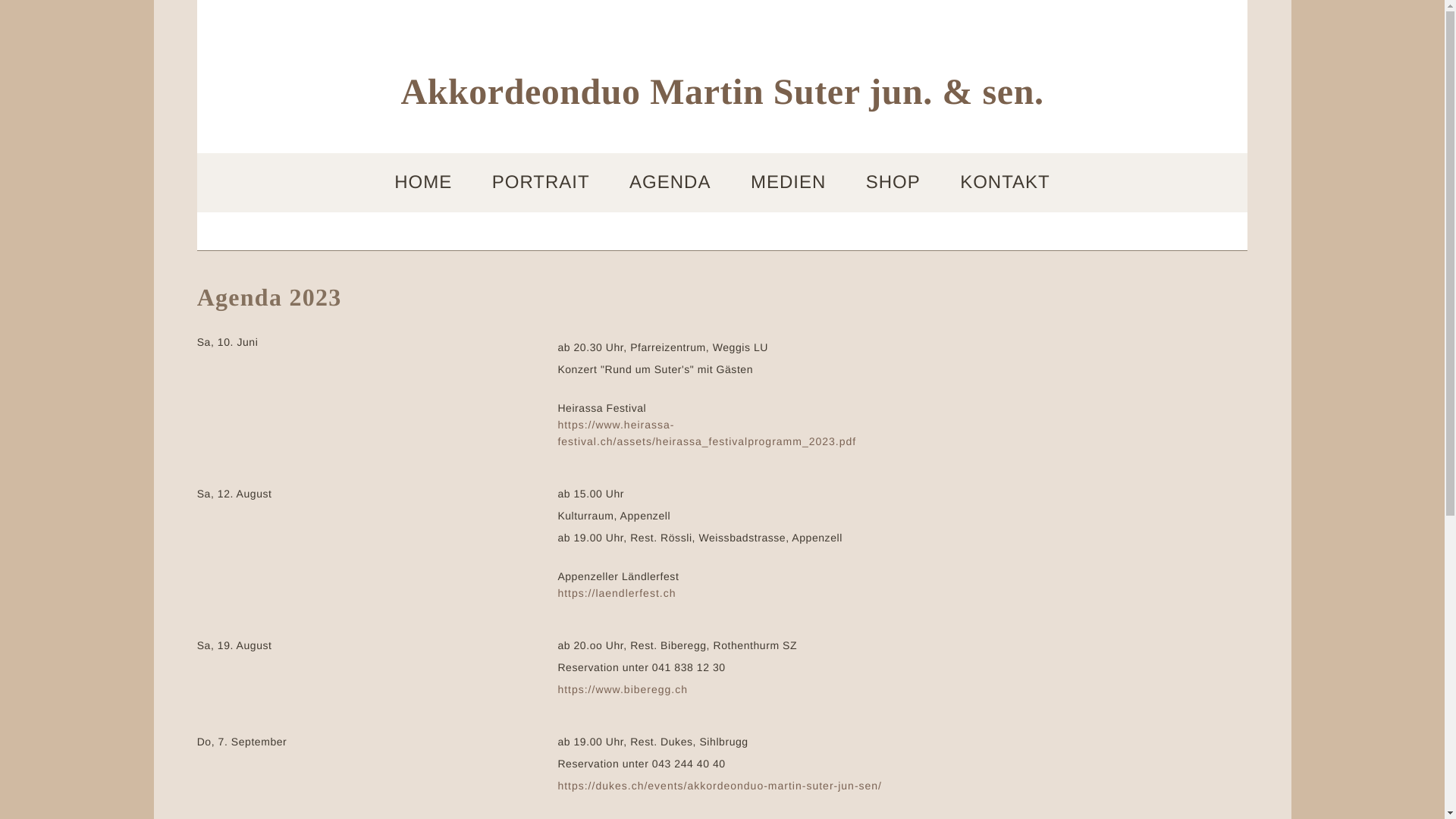  Describe the element at coordinates (616, 592) in the screenshot. I see `'https://laendlerfest.ch'` at that location.